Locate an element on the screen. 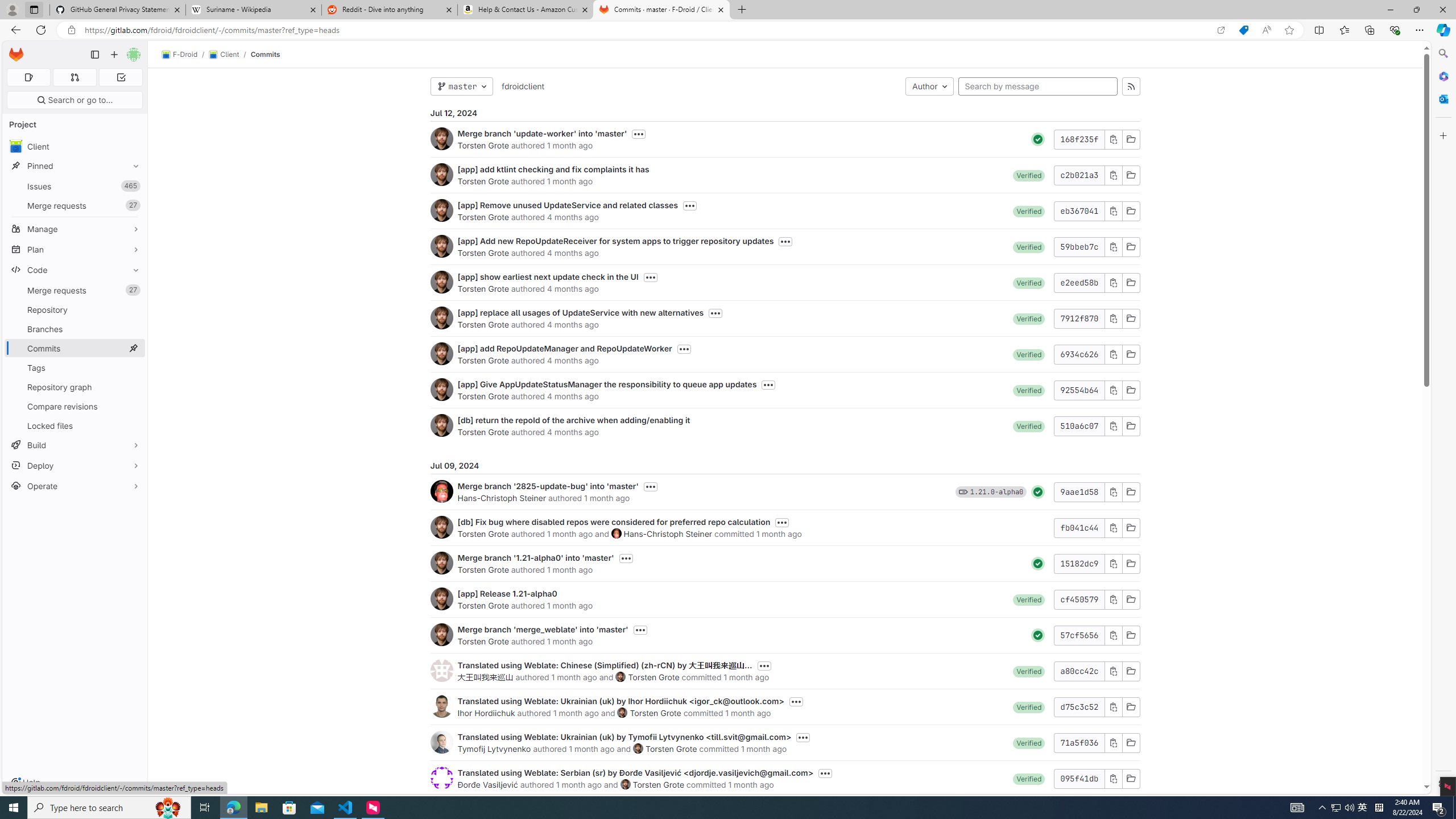 The width and height of the screenshot is (1456, 819). 'Ihor Hordiichuk' is located at coordinates (440, 706).